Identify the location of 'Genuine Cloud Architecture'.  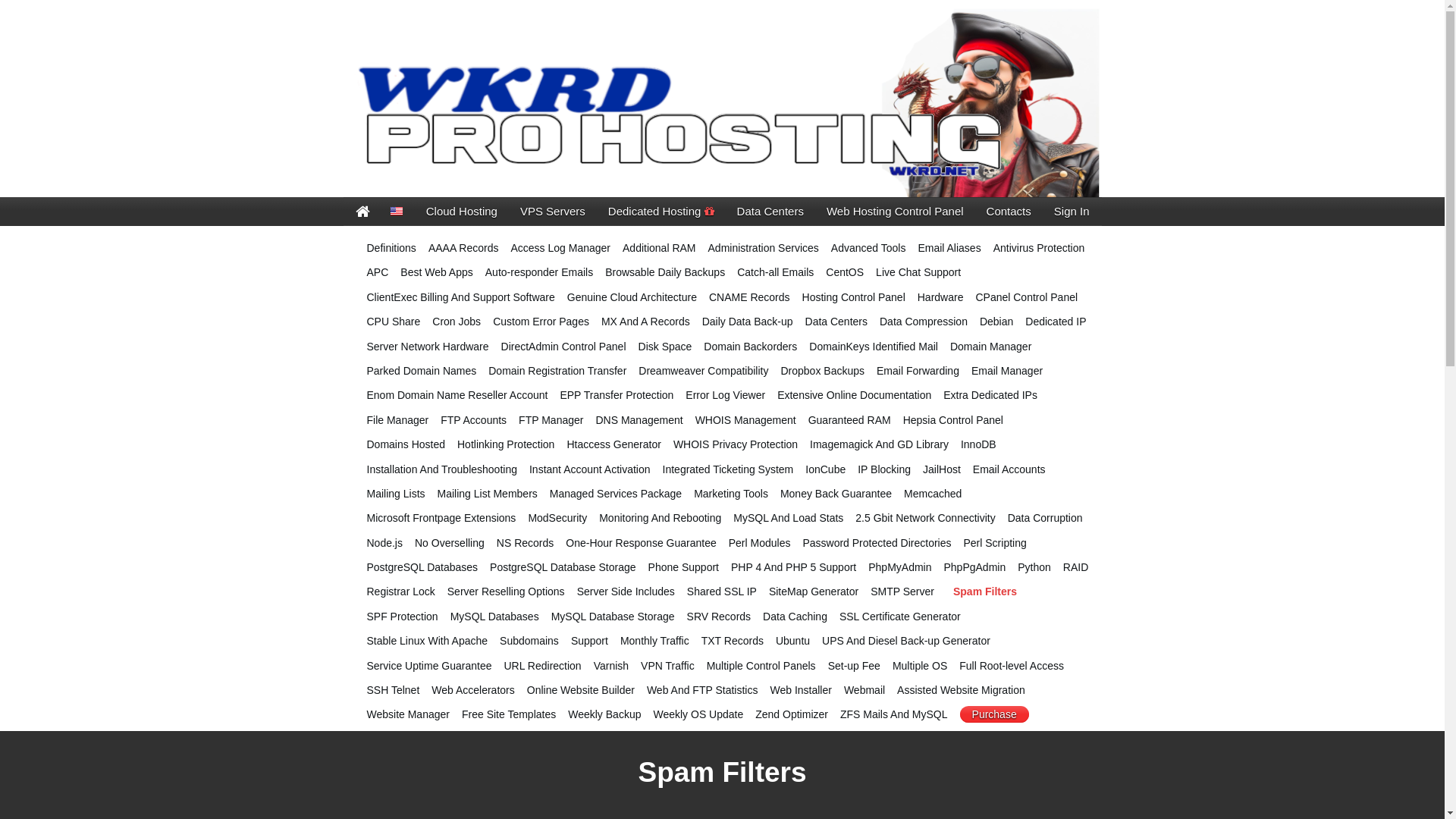
(632, 297).